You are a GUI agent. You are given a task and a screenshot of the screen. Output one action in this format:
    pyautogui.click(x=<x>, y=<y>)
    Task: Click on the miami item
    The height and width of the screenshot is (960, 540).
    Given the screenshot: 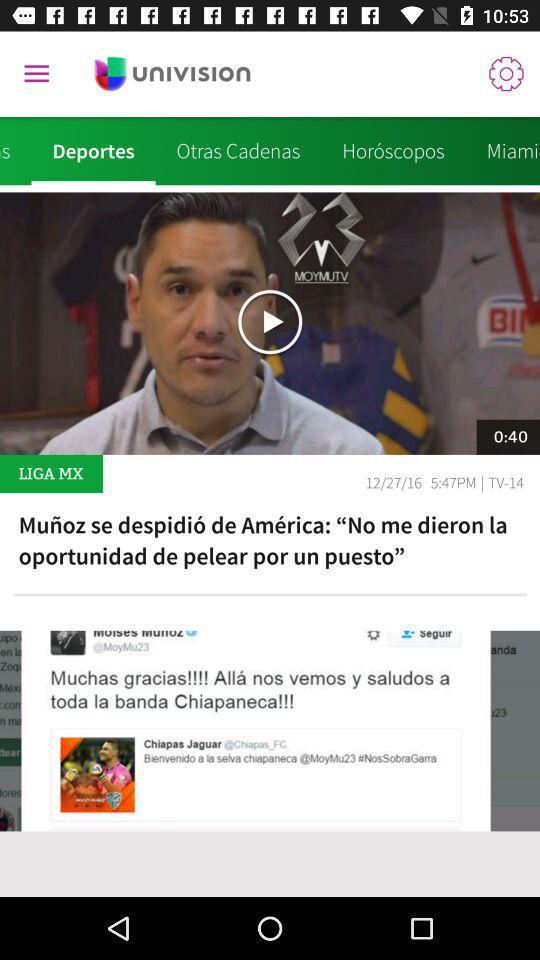 What is the action you would take?
    pyautogui.click(x=501, y=150)
    